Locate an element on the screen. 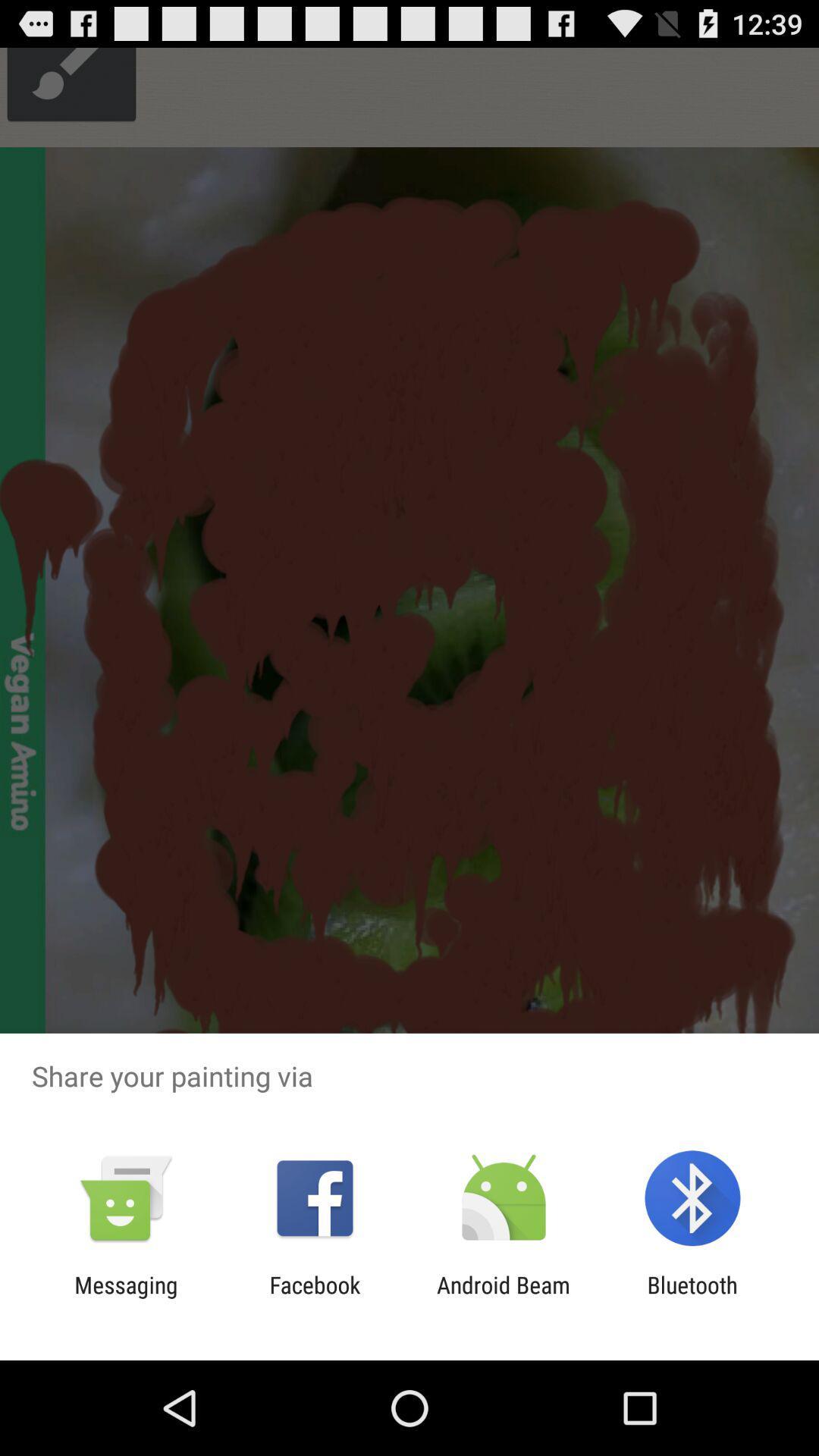 Image resolution: width=819 pixels, height=1456 pixels. icon to the left of the facebook icon is located at coordinates (125, 1298).